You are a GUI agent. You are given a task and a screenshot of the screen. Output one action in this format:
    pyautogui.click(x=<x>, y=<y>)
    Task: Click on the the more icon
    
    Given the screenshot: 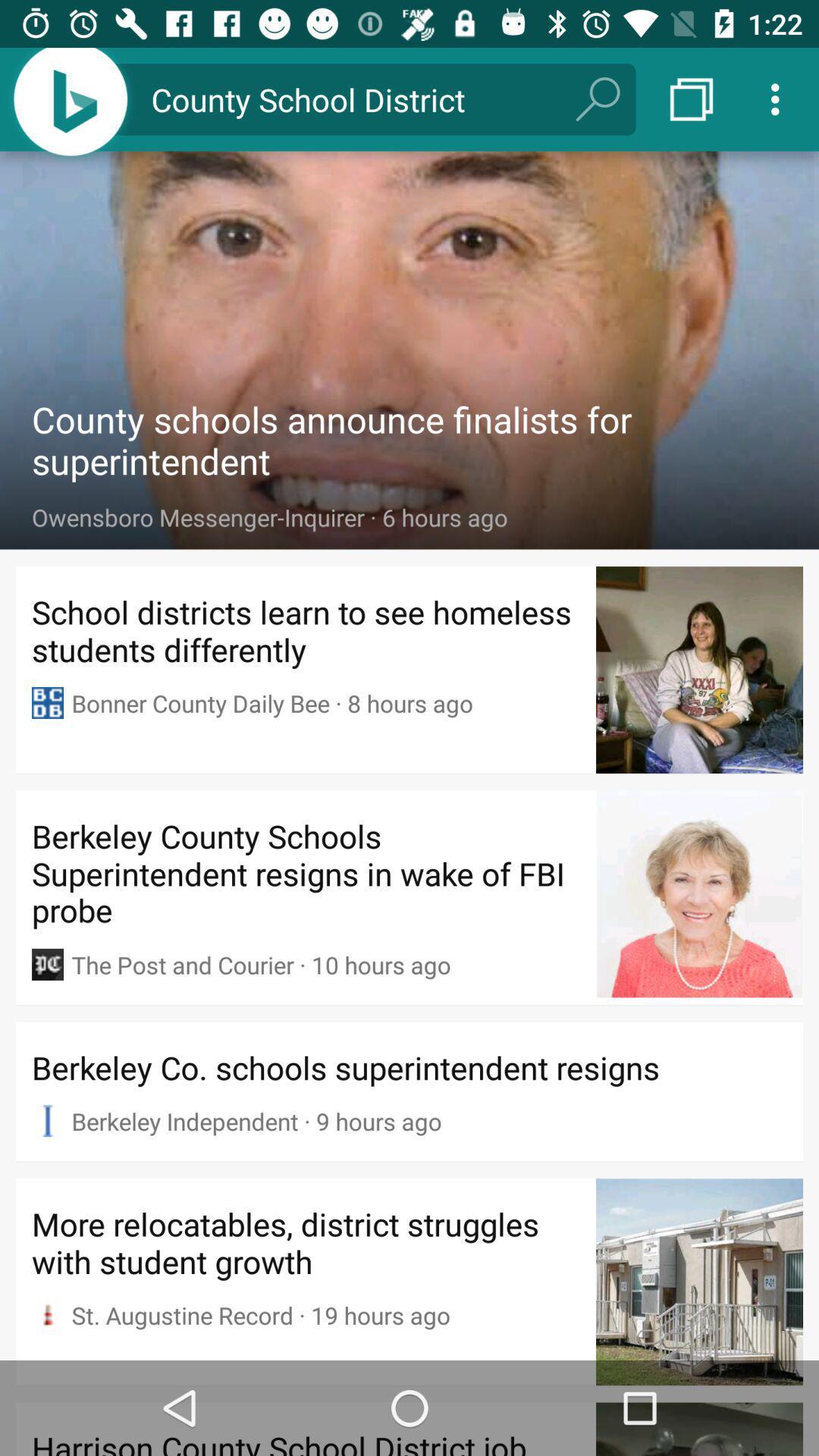 What is the action you would take?
    pyautogui.click(x=779, y=99)
    